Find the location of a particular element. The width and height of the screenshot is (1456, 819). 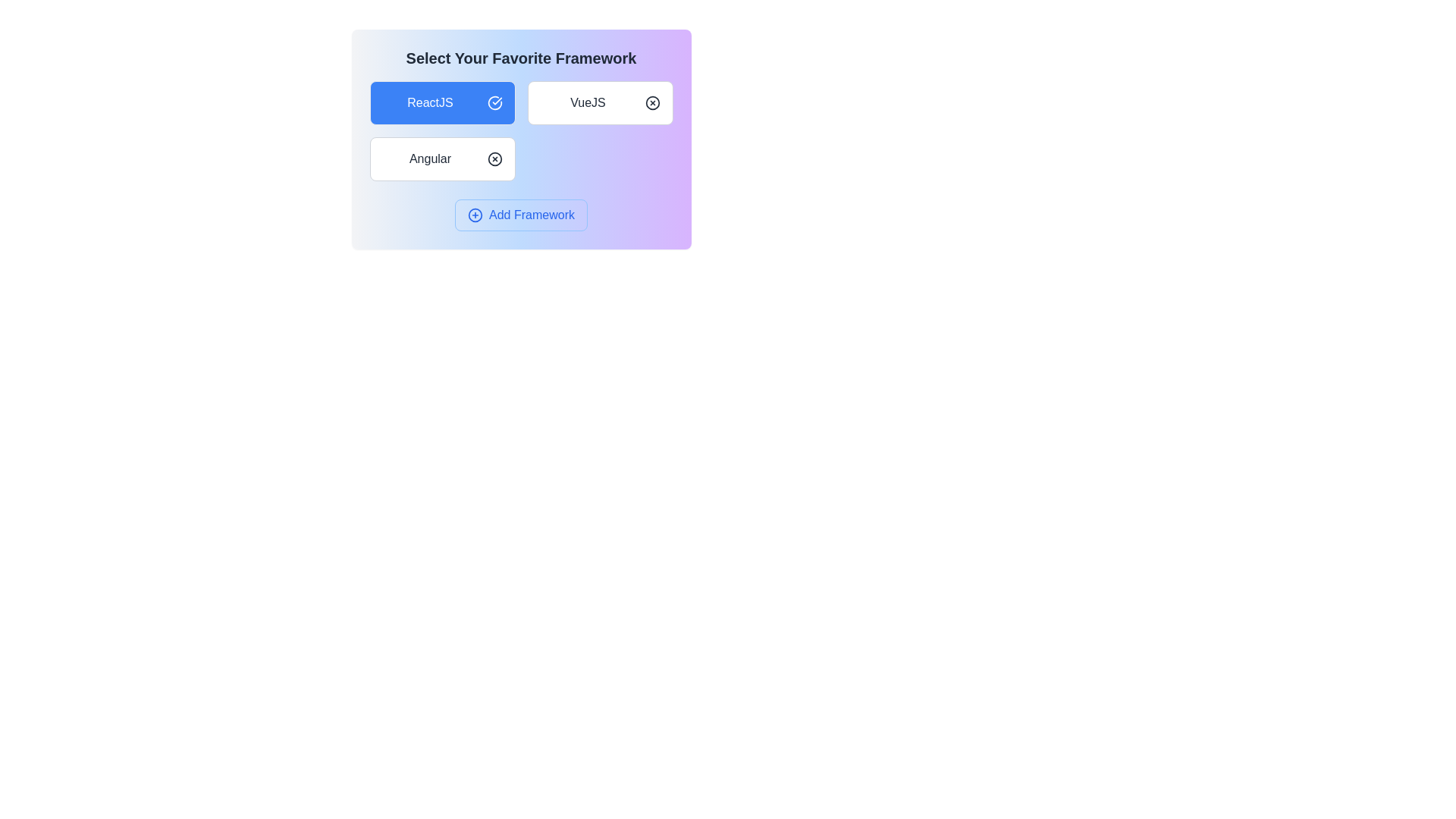

the 'Add Framework' button to add a new framework chip is located at coordinates (521, 215).